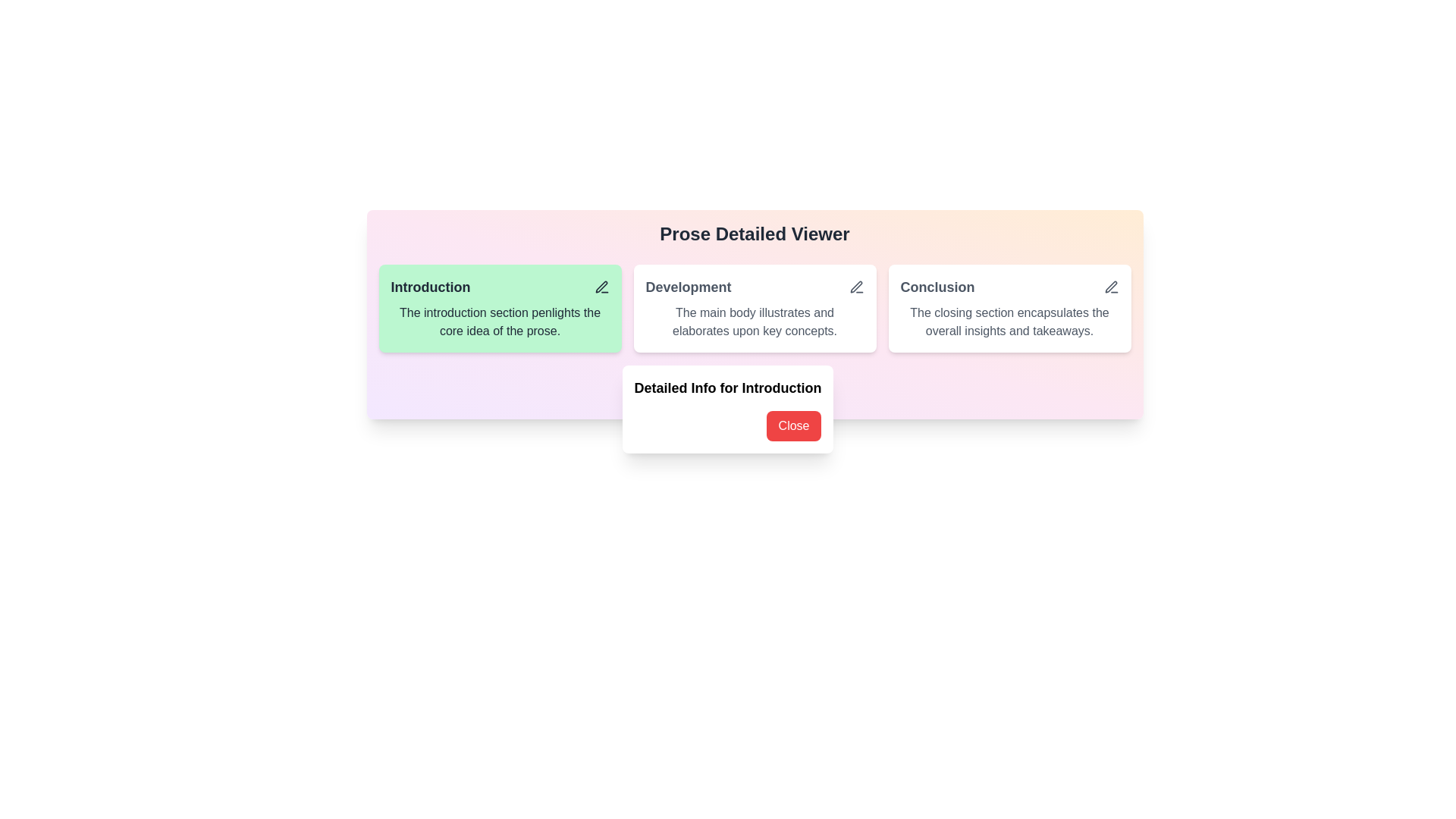 The height and width of the screenshot is (819, 1456). What do you see at coordinates (728, 409) in the screenshot?
I see `the 'Close' button located at the lower-right corner of the modal dialog box` at bounding box center [728, 409].